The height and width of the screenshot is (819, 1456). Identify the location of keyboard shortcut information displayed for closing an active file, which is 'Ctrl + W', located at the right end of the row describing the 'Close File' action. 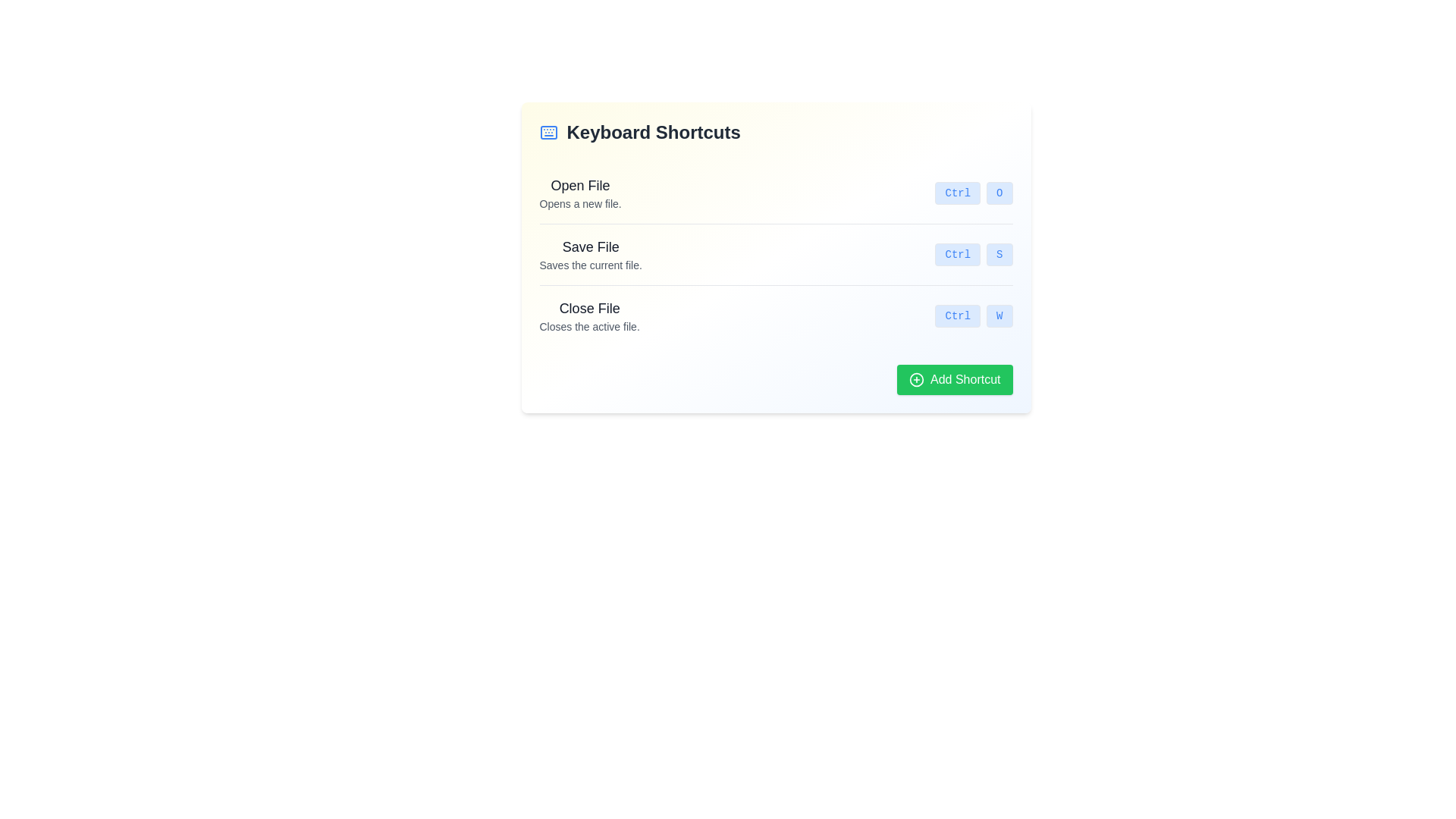
(974, 315).